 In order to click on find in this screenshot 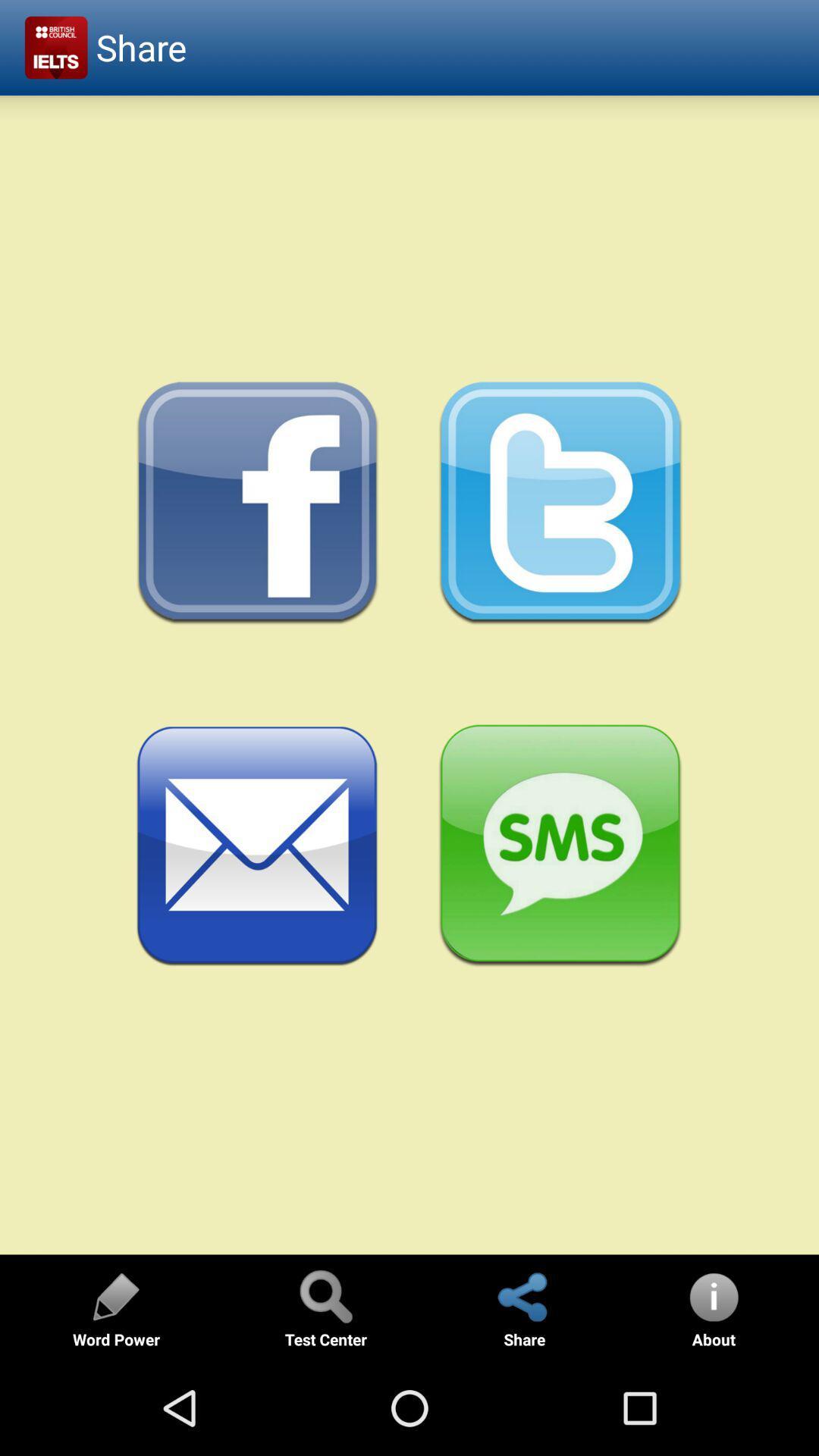, I will do `click(325, 1295)`.